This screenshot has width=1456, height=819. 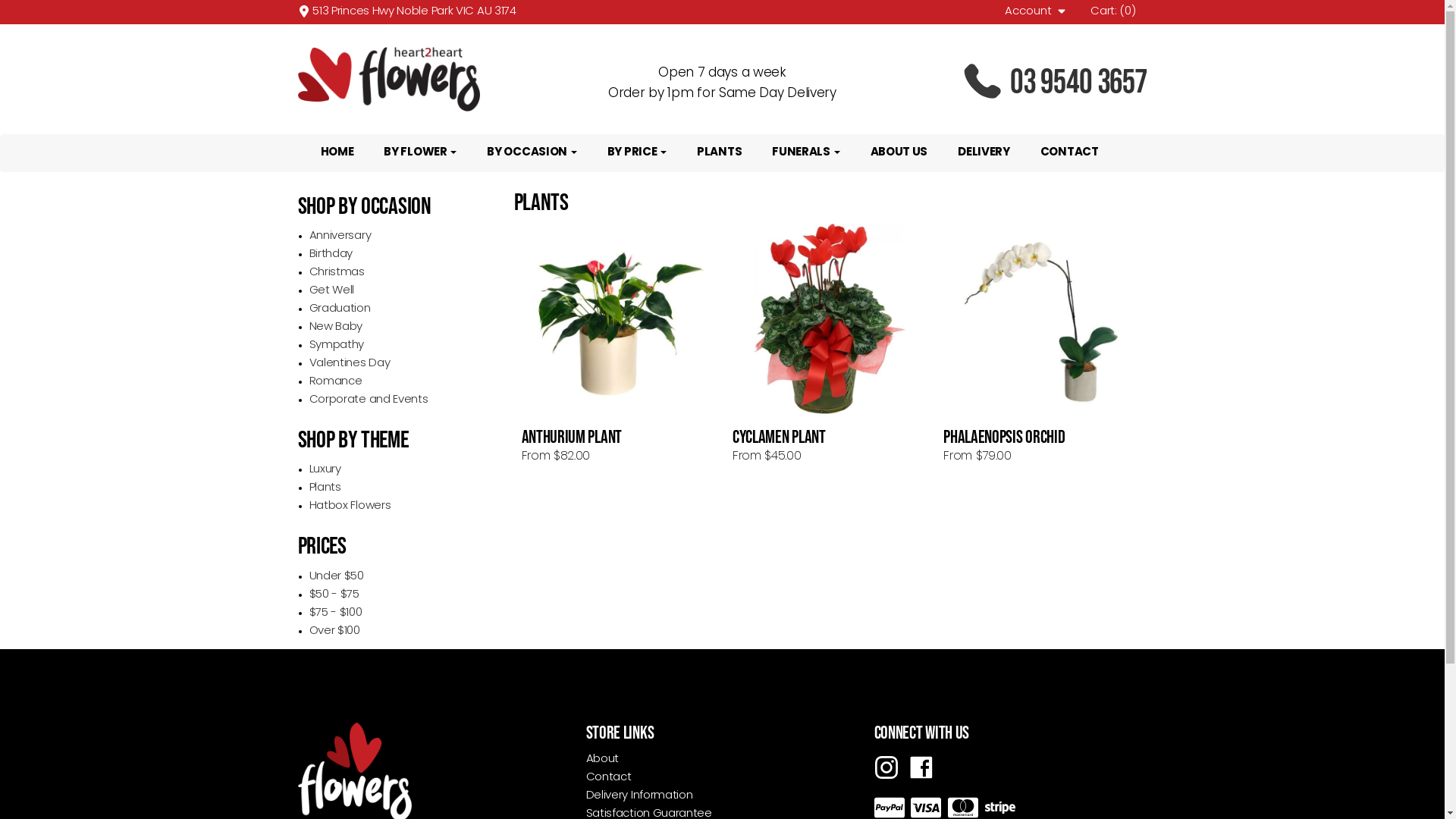 I want to click on 'Birthday', so click(x=330, y=253).